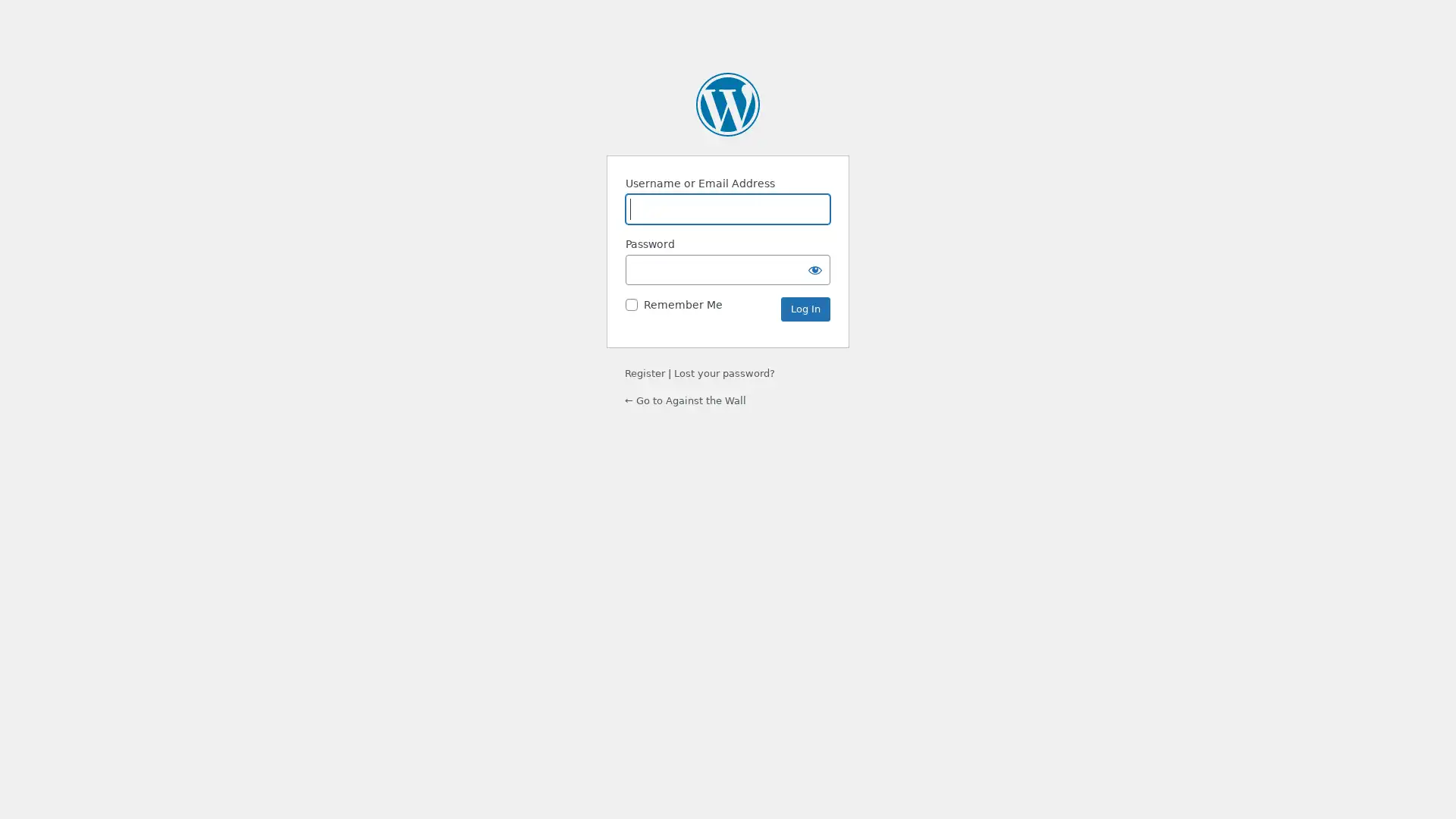 The height and width of the screenshot is (819, 1456). I want to click on Show password, so click(814, 268).